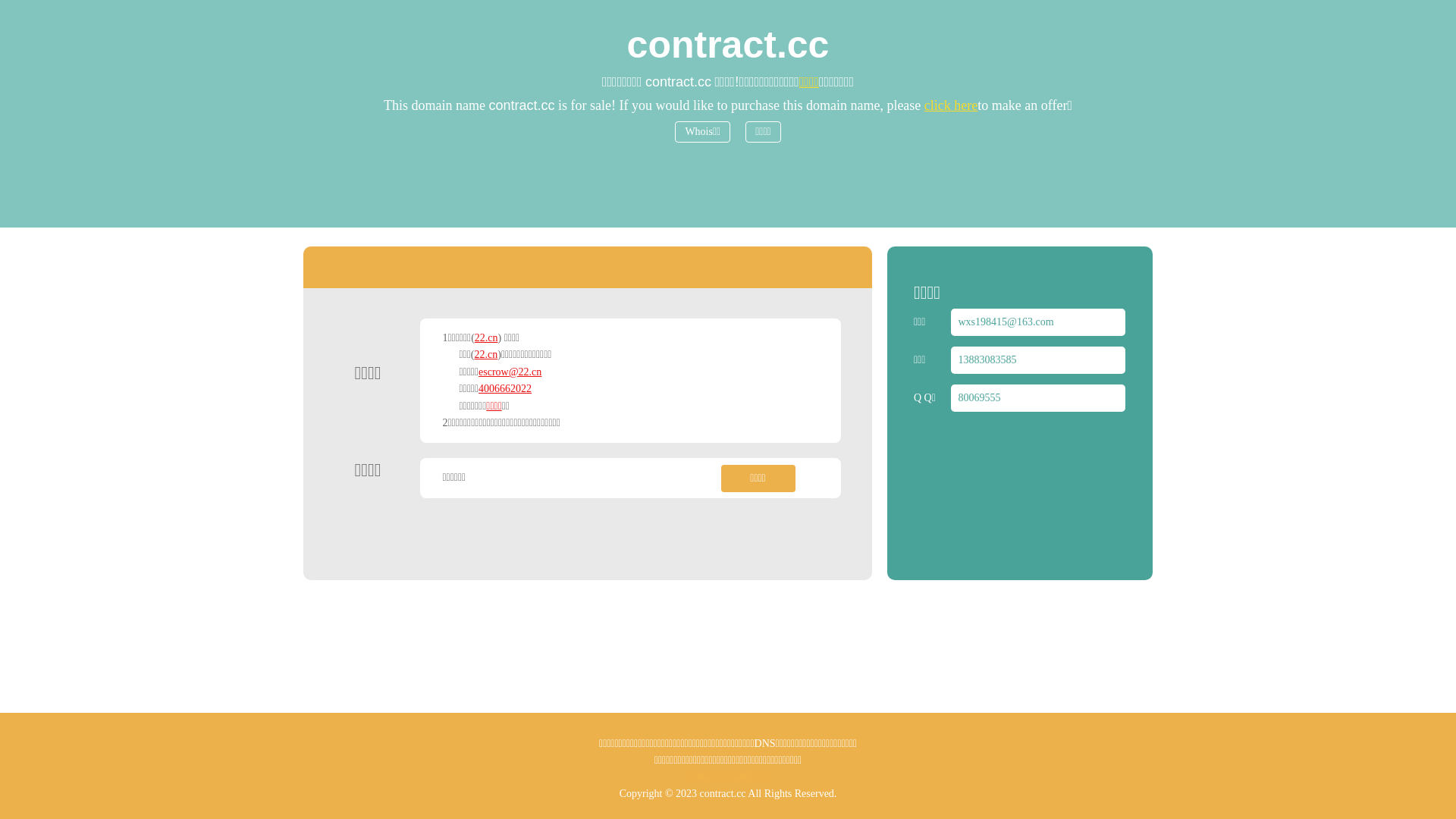  I want to click on 'escrow@22.cn', so click(510, 372).